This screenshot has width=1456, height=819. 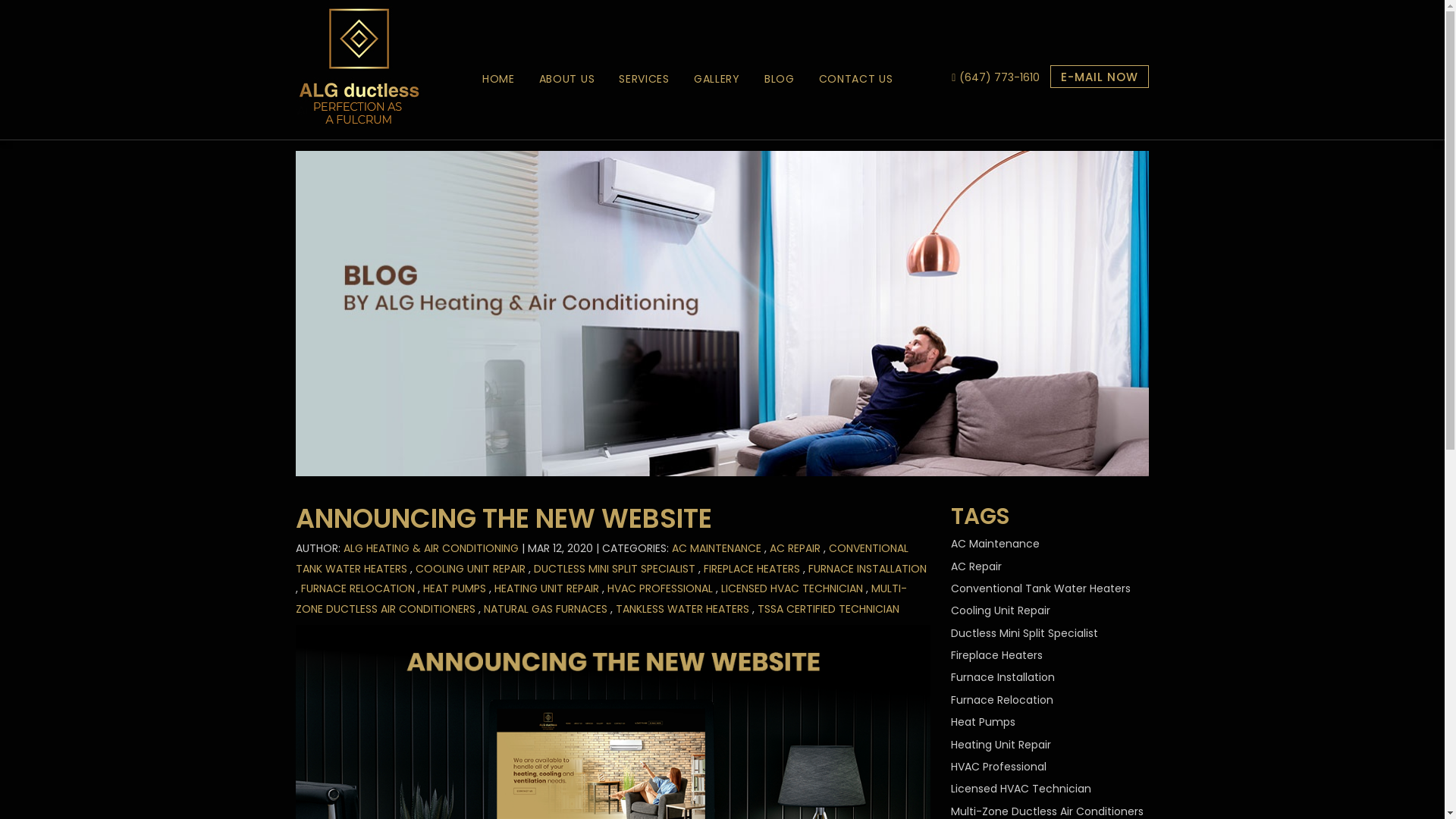 I want to click on 'BLOG', so click(x=779, y=79).